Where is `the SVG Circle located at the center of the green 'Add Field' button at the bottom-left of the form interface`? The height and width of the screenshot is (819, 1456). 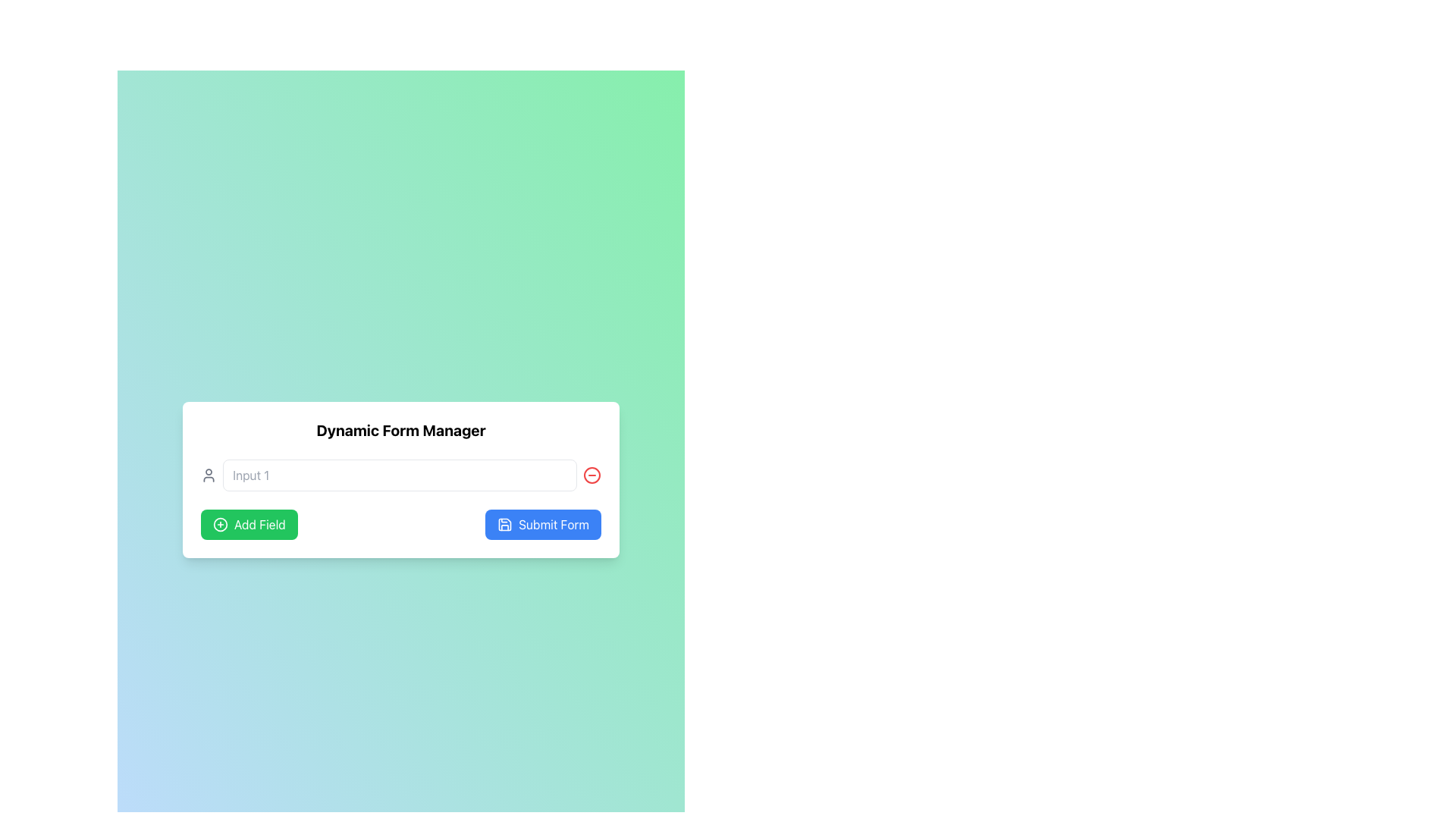
the SVG Circle located at the center of the green 'Add Field' button at the bottom-left of the form interface is located at coordinates (220, 523).